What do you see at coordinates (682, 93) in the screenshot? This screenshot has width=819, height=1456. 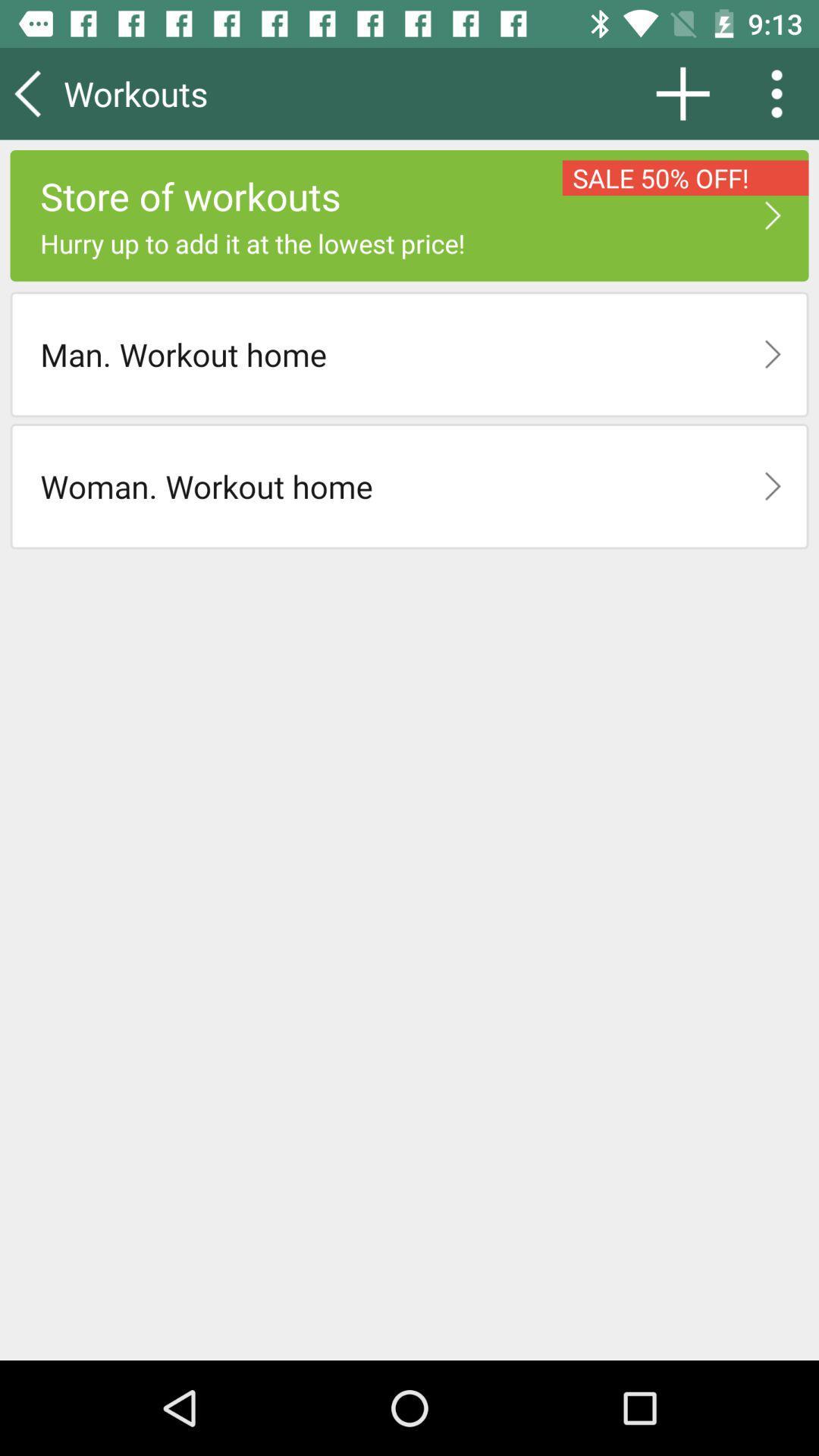 I see `the add icon` at bounding box center [682, 93].